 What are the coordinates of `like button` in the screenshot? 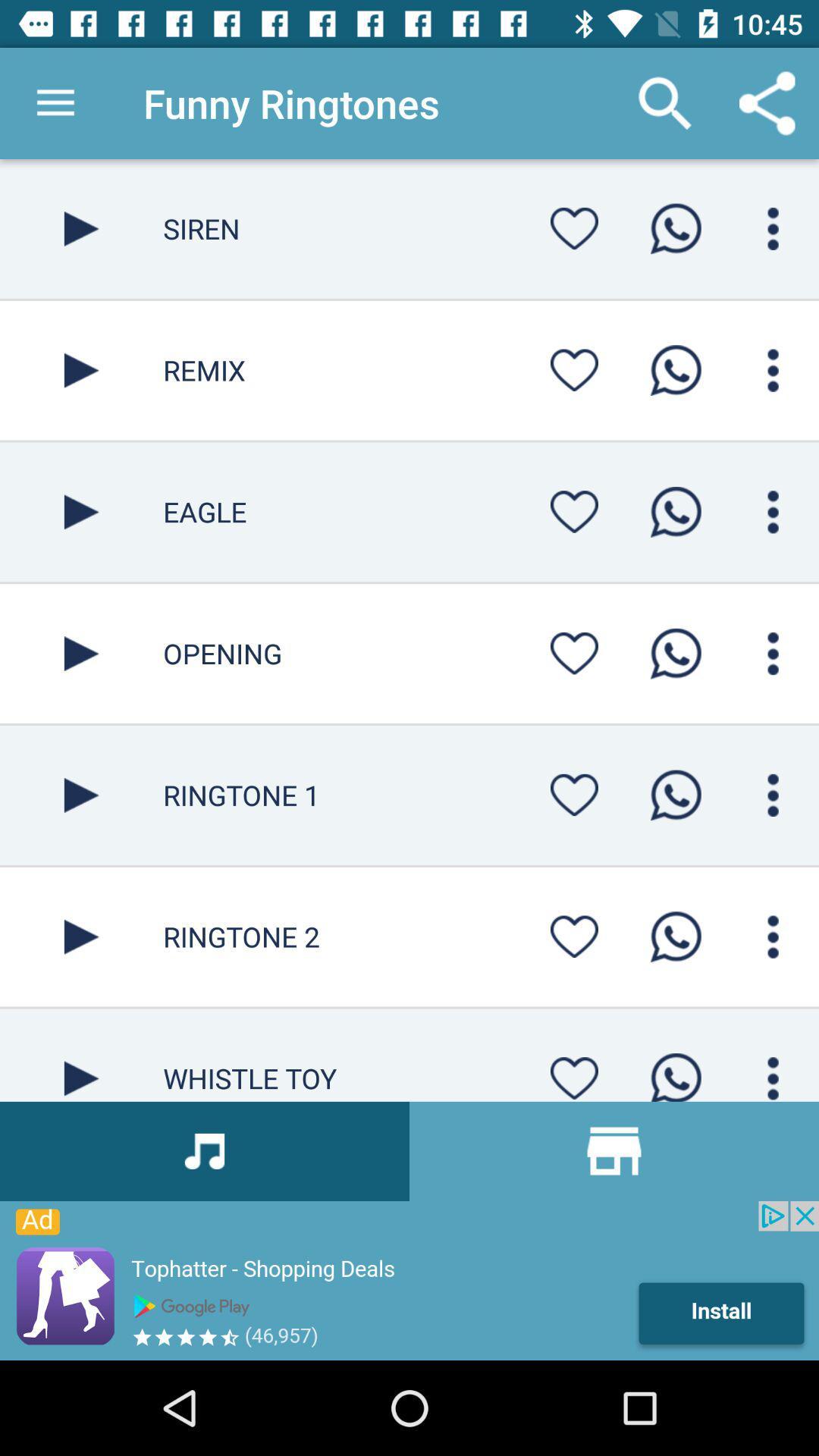 It's located at (574, 370).